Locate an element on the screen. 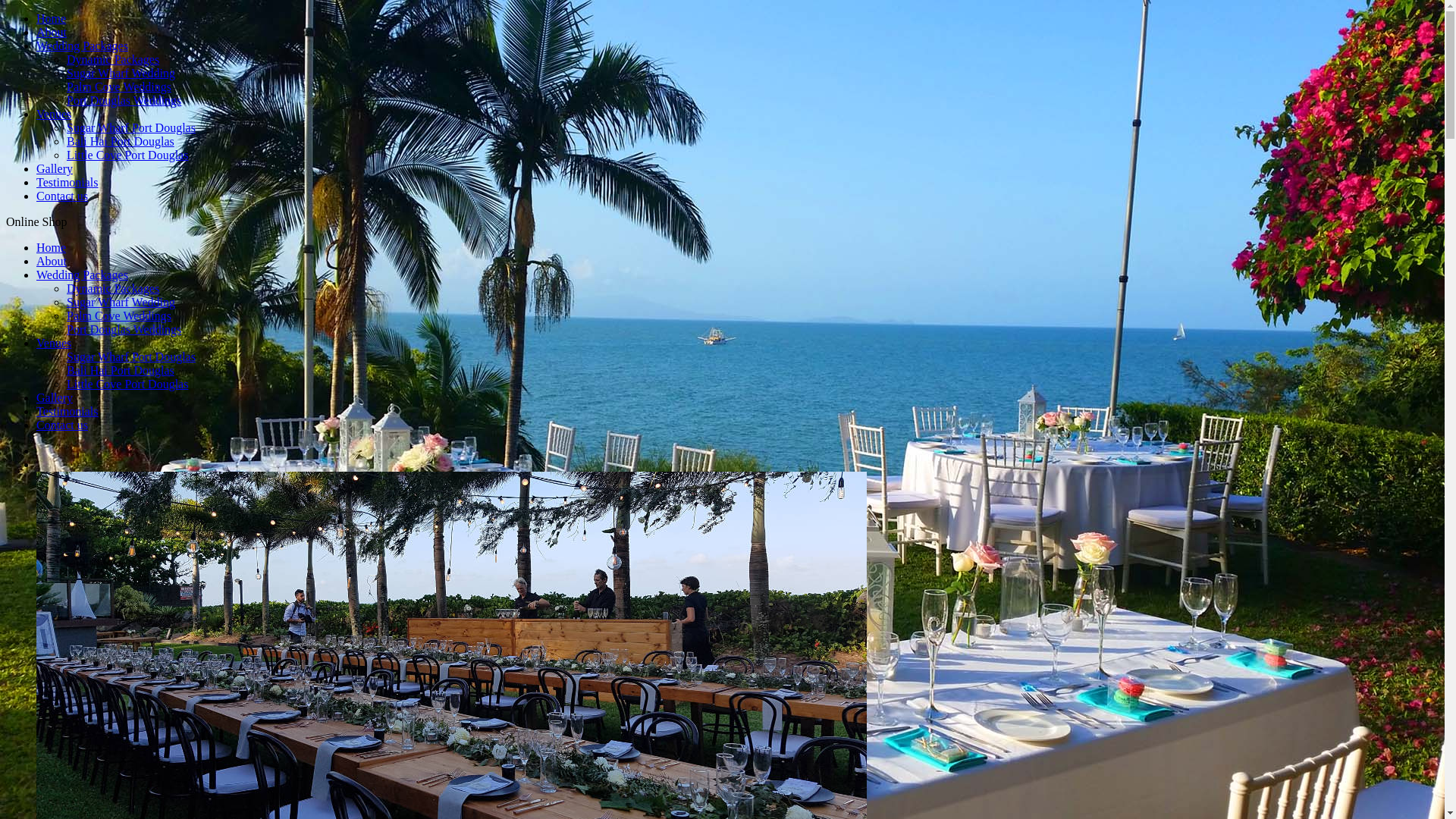 The image size is (1456, 819). 'About' is located at coordinates (51, 32).